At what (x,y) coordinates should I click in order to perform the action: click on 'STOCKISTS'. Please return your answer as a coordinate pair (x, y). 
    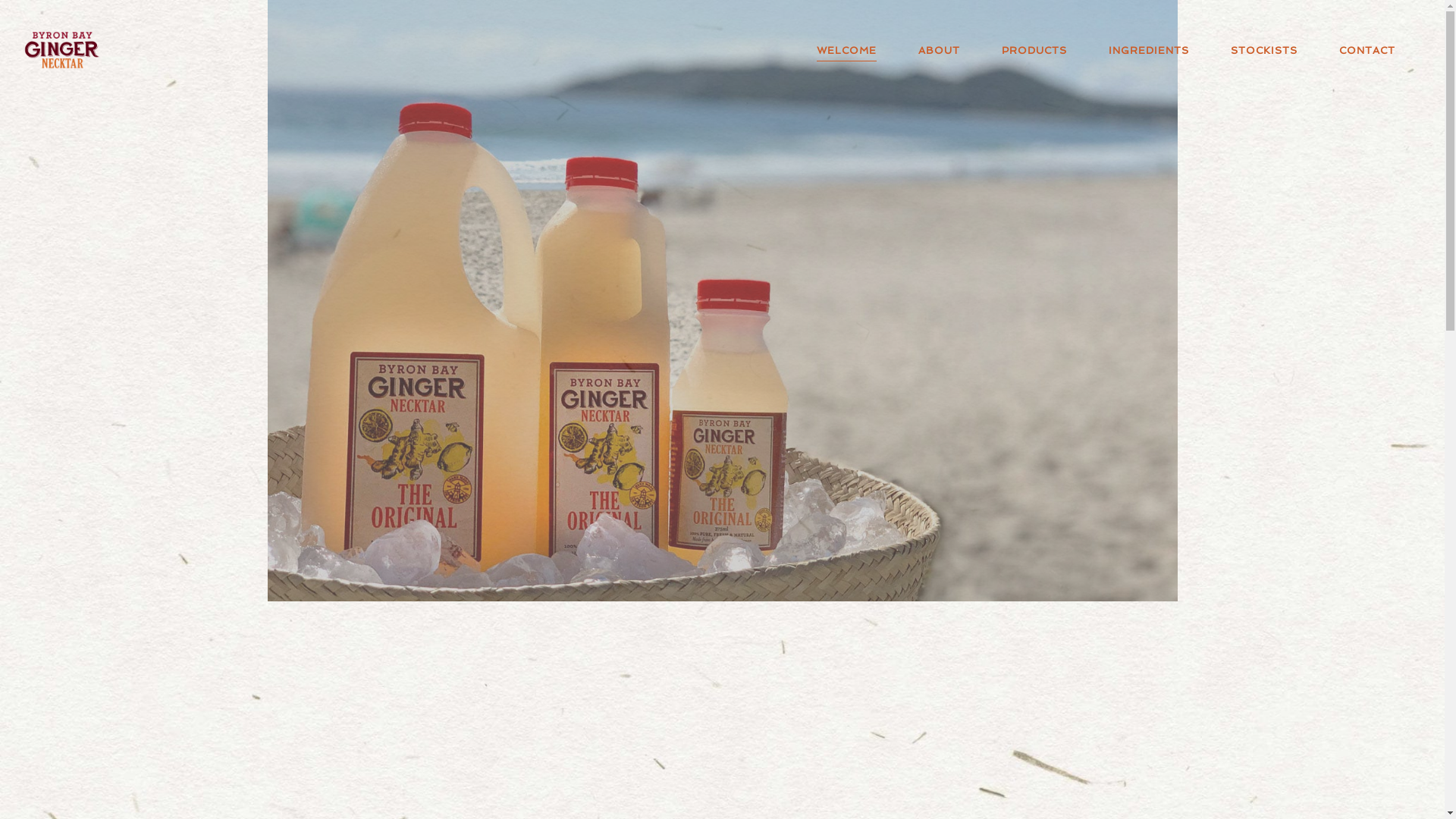
    Looking at the image, I should click on (1261, 49).